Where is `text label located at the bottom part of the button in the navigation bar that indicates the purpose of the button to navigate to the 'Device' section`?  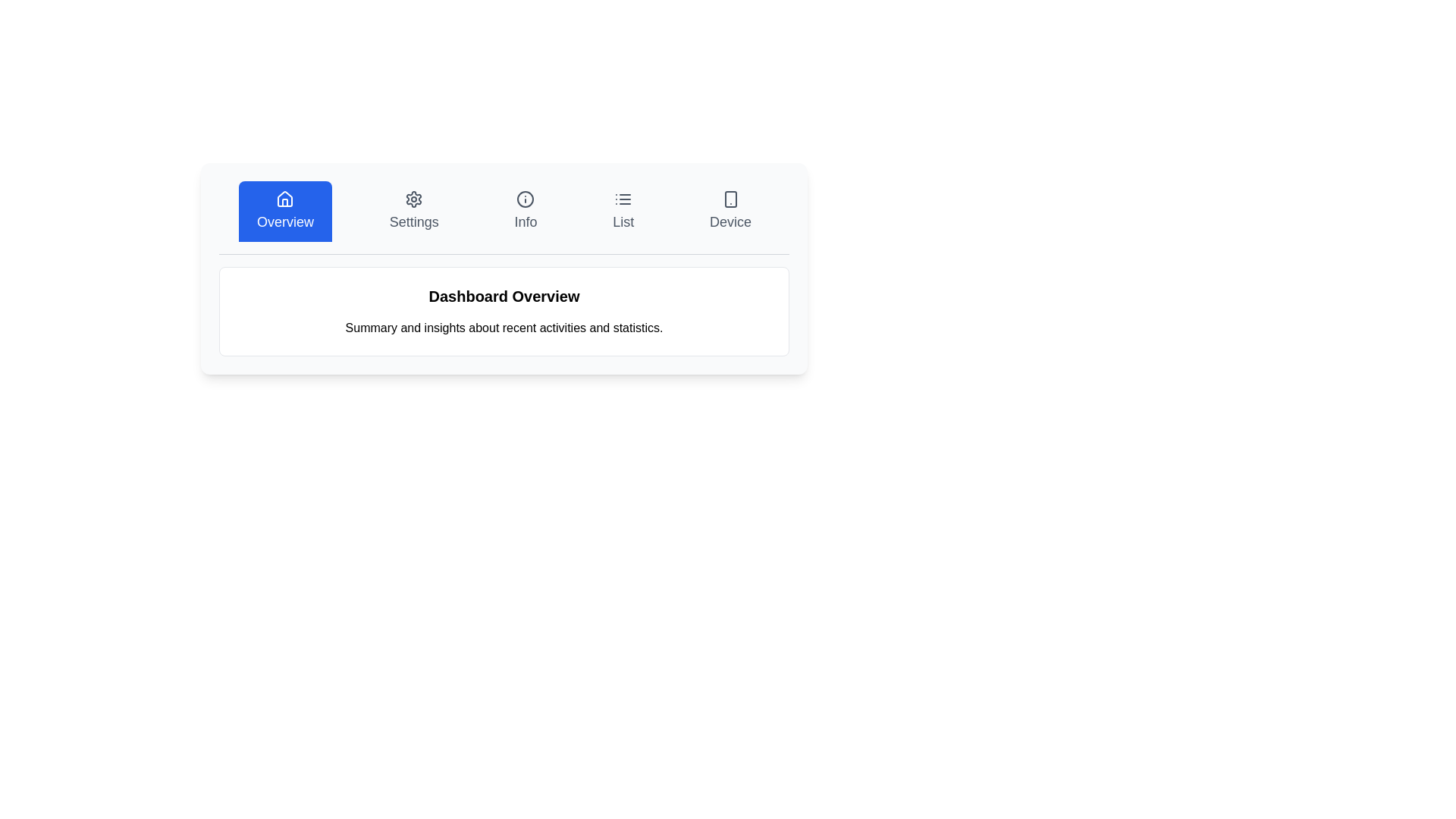 text label located at the bottom part of the button in the navigation bar that indicates the purpose of the button to navigate to the 'Device' section is located at coordinates (730, 222).